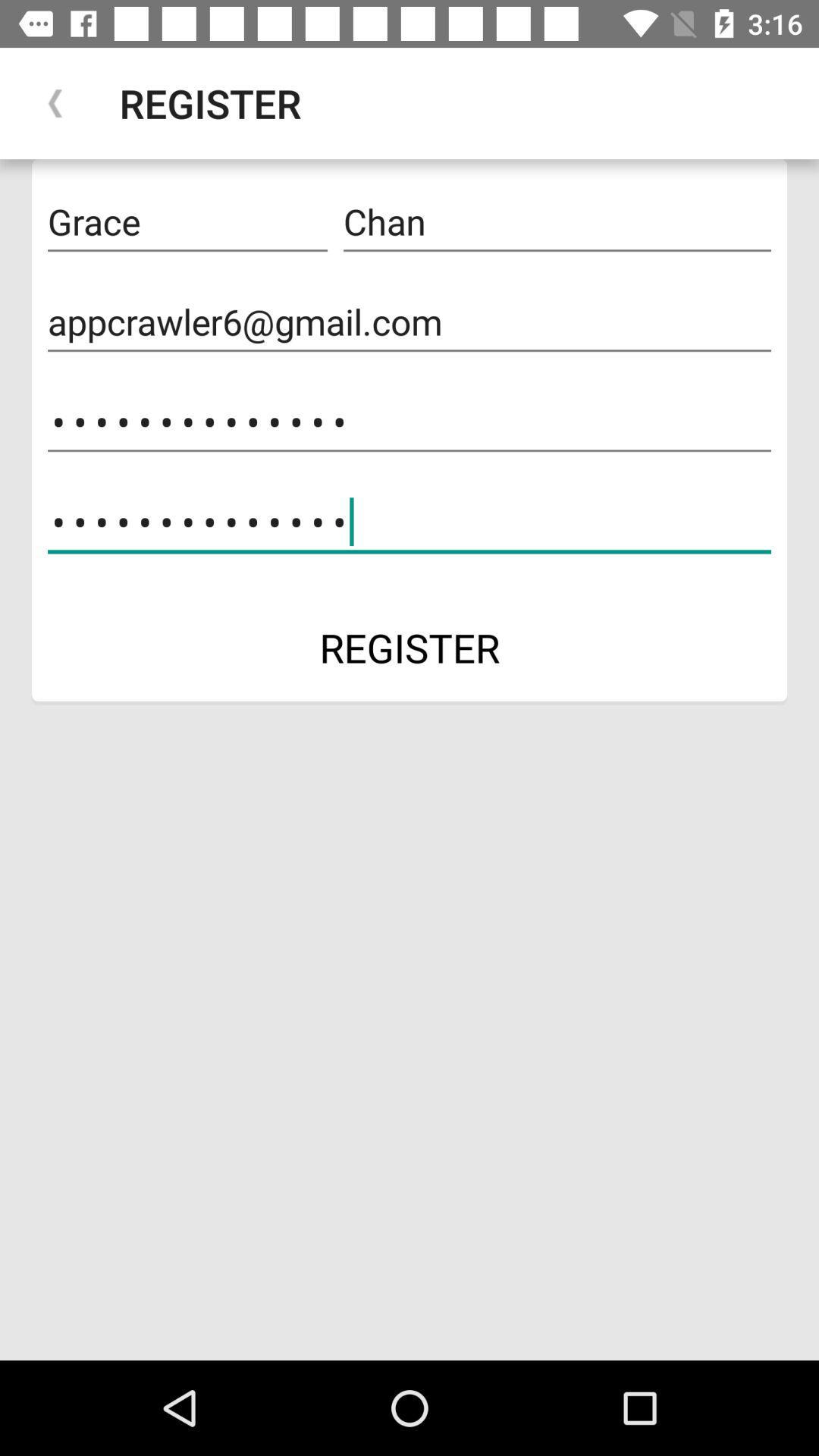 The image size is (819, 1456). What do you see at coordinates (409, 322) in the screenshot?
I see `icon above appcrawler3116 icon` at bounding box center [409, 322].